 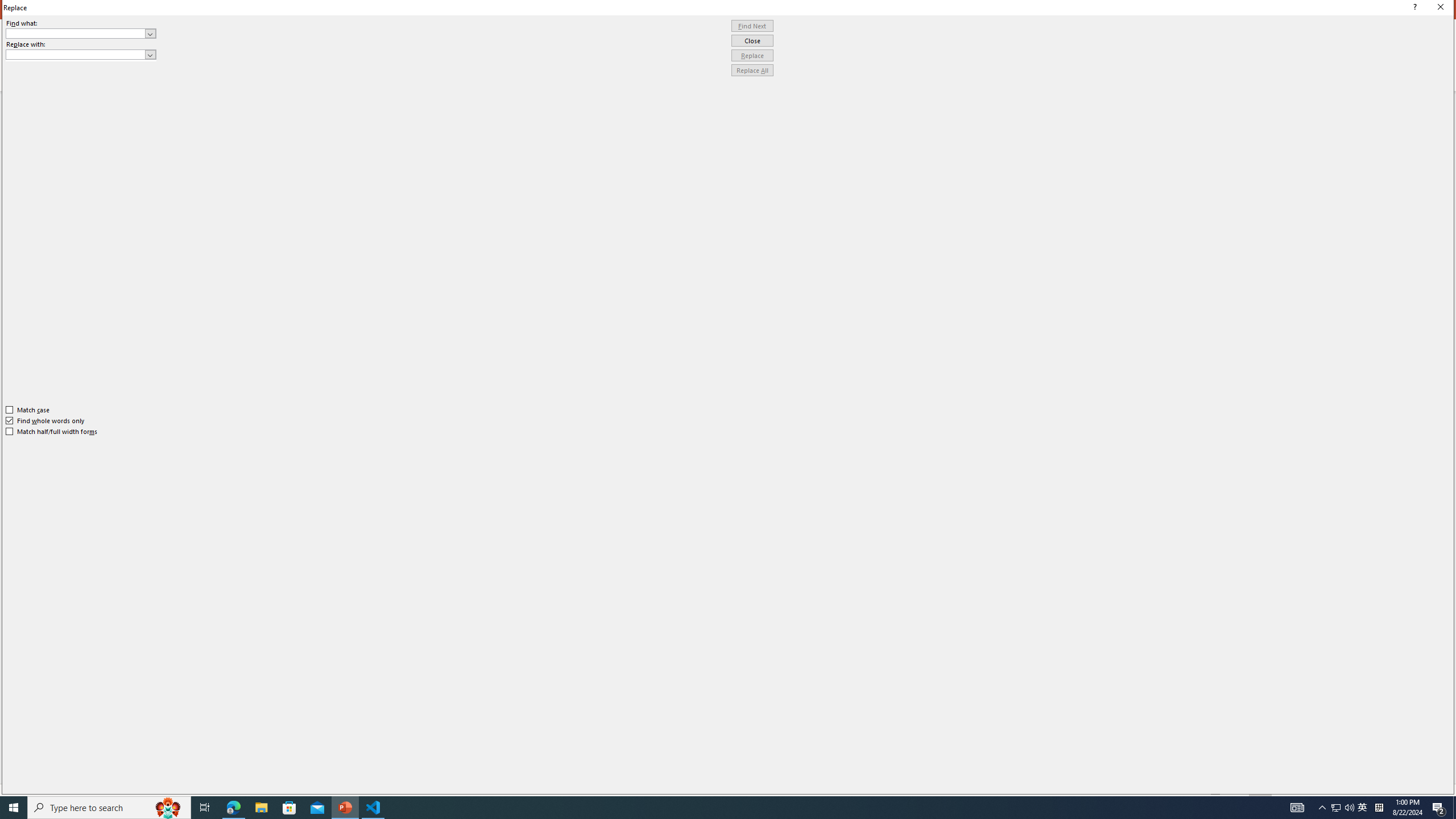 What do you see at coordinates (752, 55) in the screenshot?
I see `'Replace'` at bounding box center [752, 55].